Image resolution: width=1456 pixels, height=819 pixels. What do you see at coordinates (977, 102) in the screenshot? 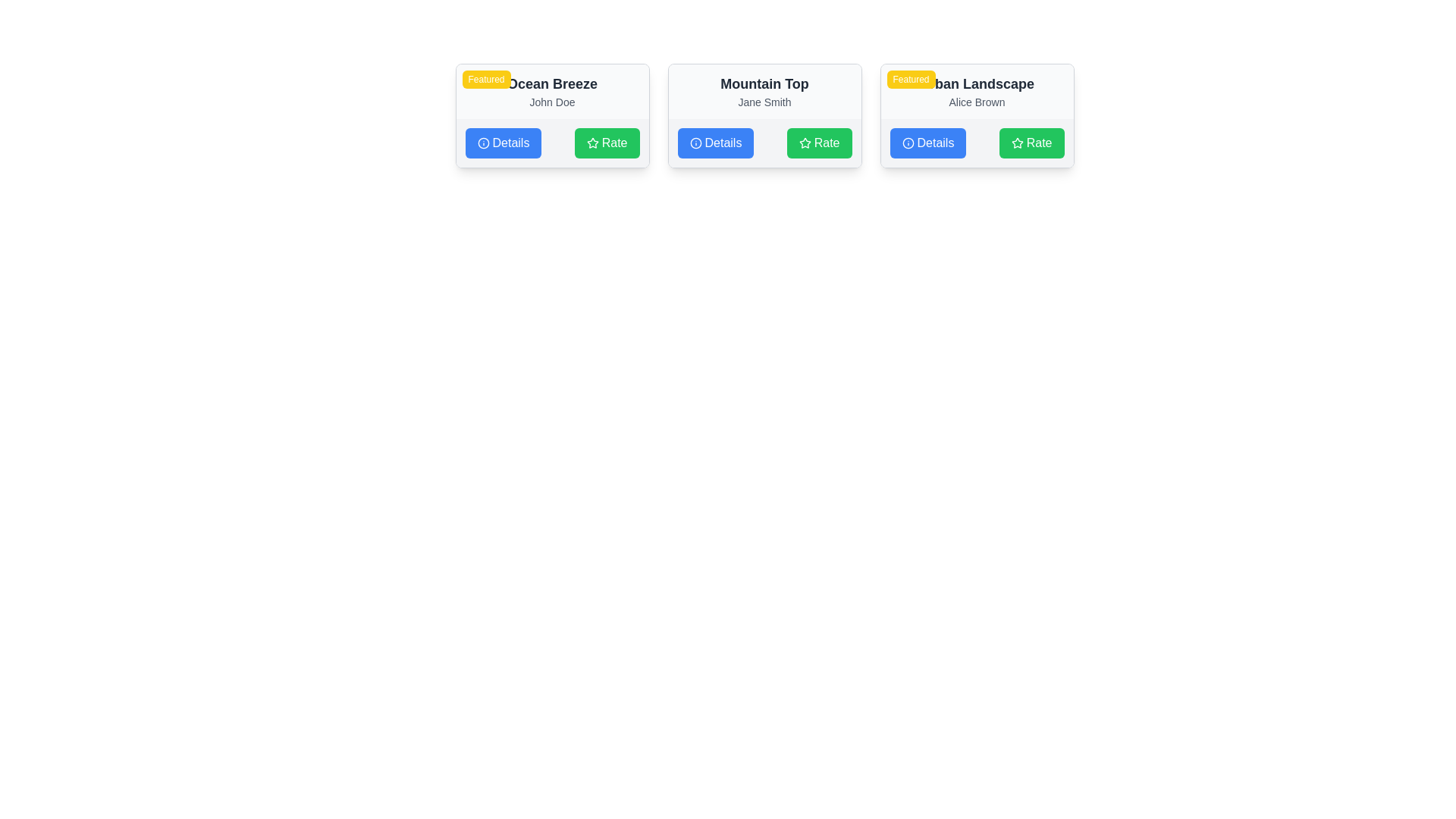
I see `the text label displaying 'Alice Brown' located beneath the title 'Urban Landscape' within the rightmost card of a horizontal arrangement` at bounding box center [977, 102].